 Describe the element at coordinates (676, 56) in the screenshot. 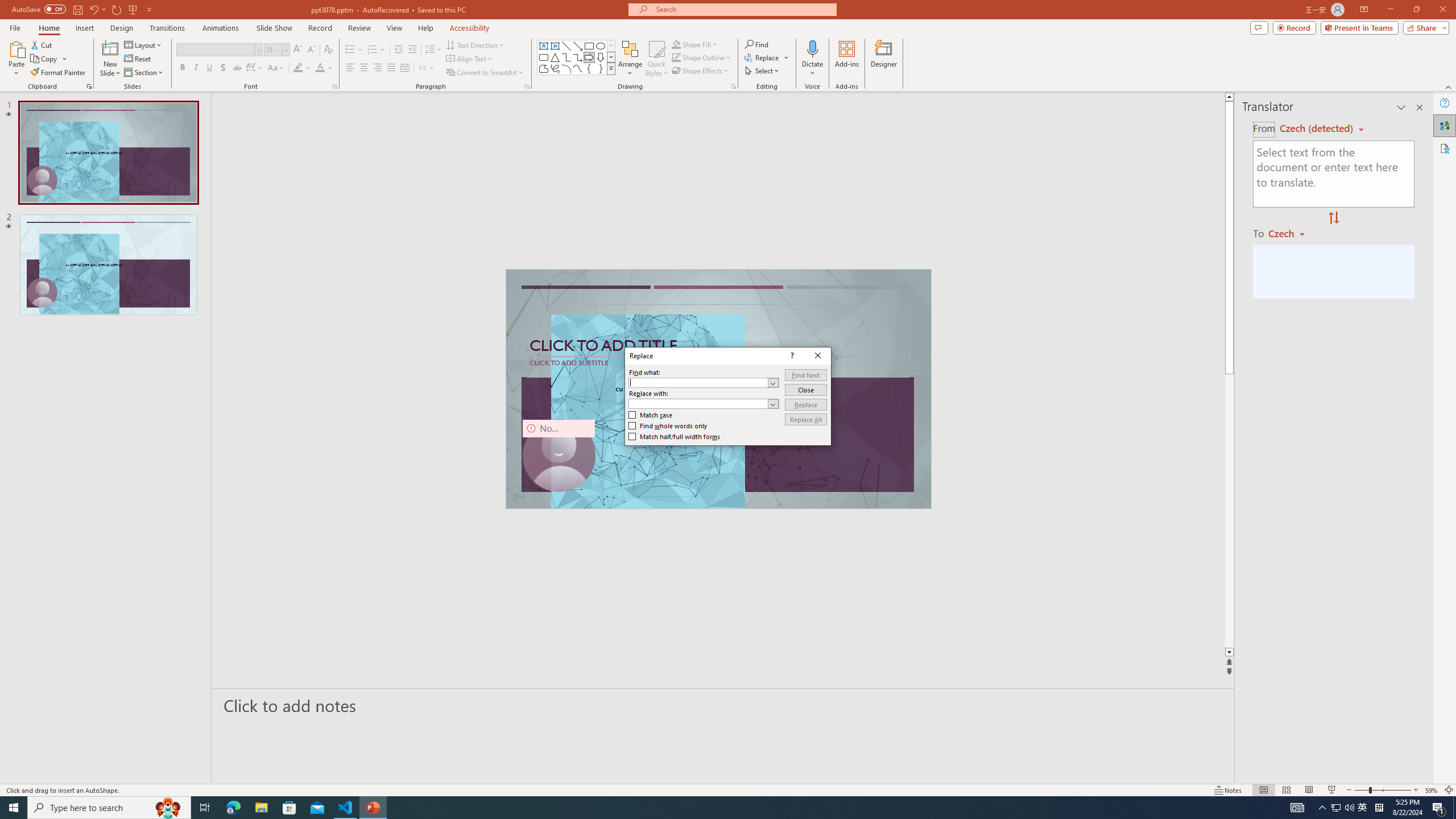

I see `'Shape Outline Green, Accent 1'` at that location.